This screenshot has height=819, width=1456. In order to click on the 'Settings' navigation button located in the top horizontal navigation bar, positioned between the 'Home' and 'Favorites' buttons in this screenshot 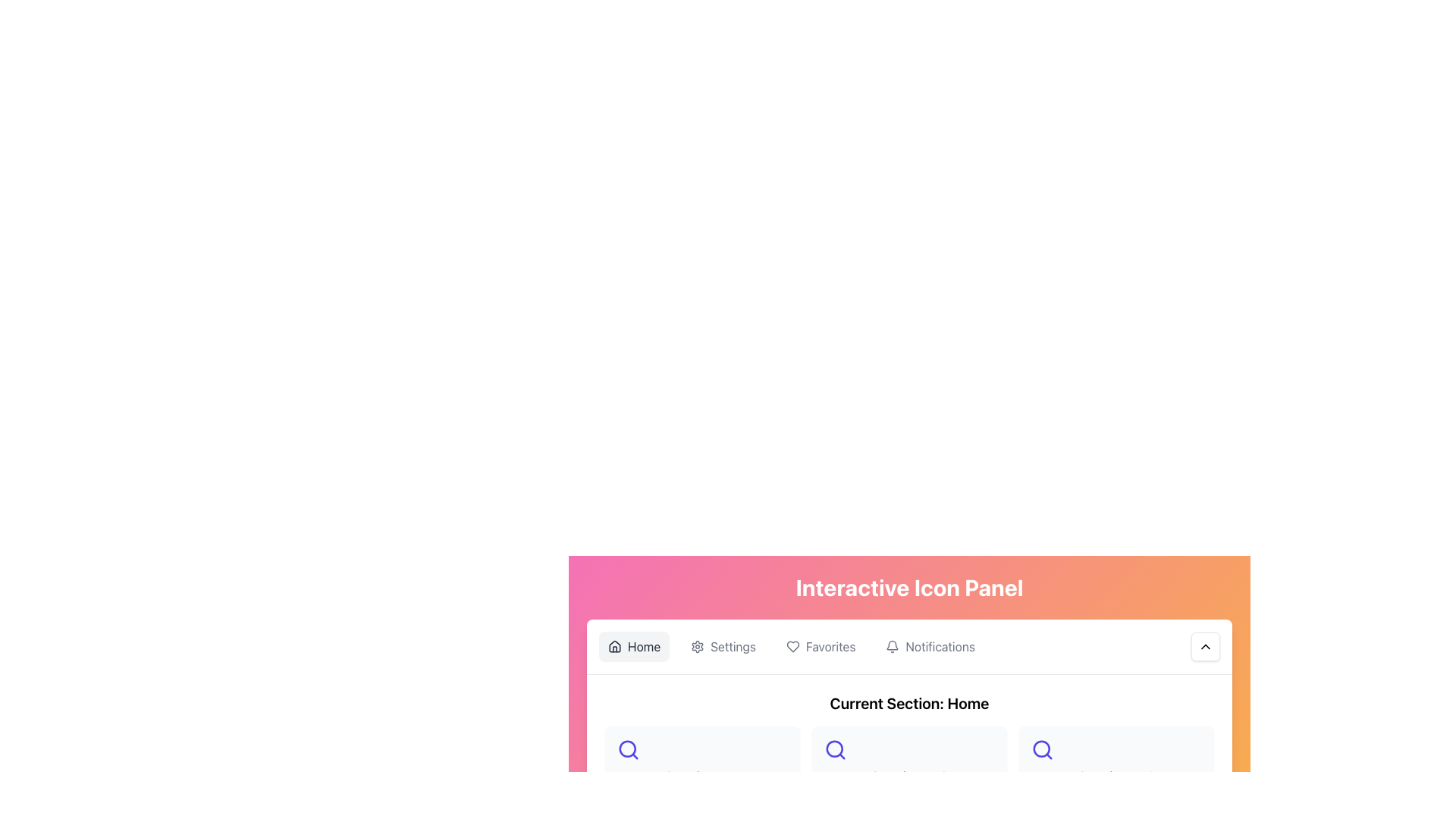, I will do `click(723, 646)`.